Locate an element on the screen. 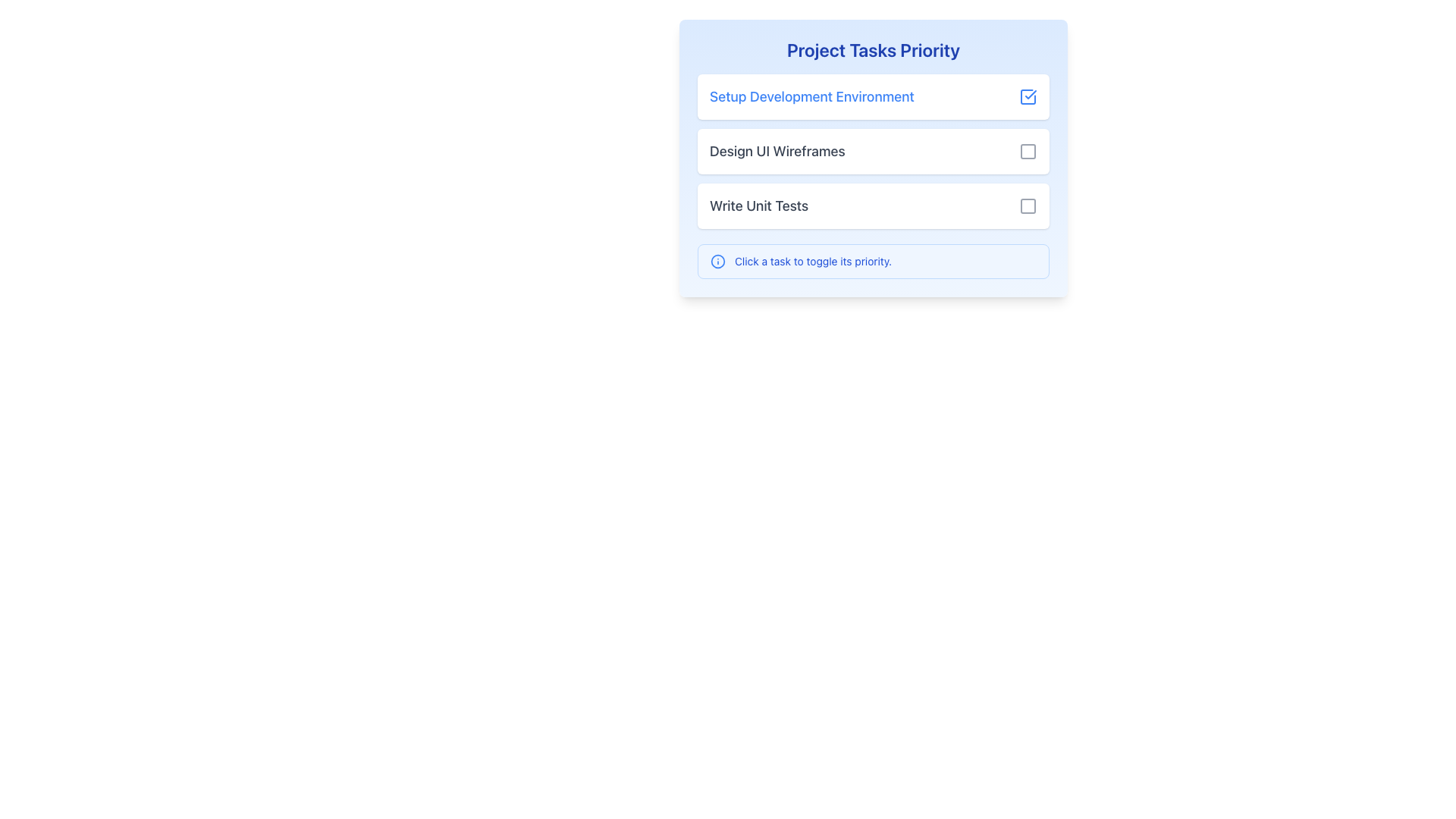 This screenshot has width=1456, height=819. the checkbox of the third task in the 'Project Tasks Priority' list, which is an interactive list item with a checkbox for marking task completion is located at coordinates (874, 206).